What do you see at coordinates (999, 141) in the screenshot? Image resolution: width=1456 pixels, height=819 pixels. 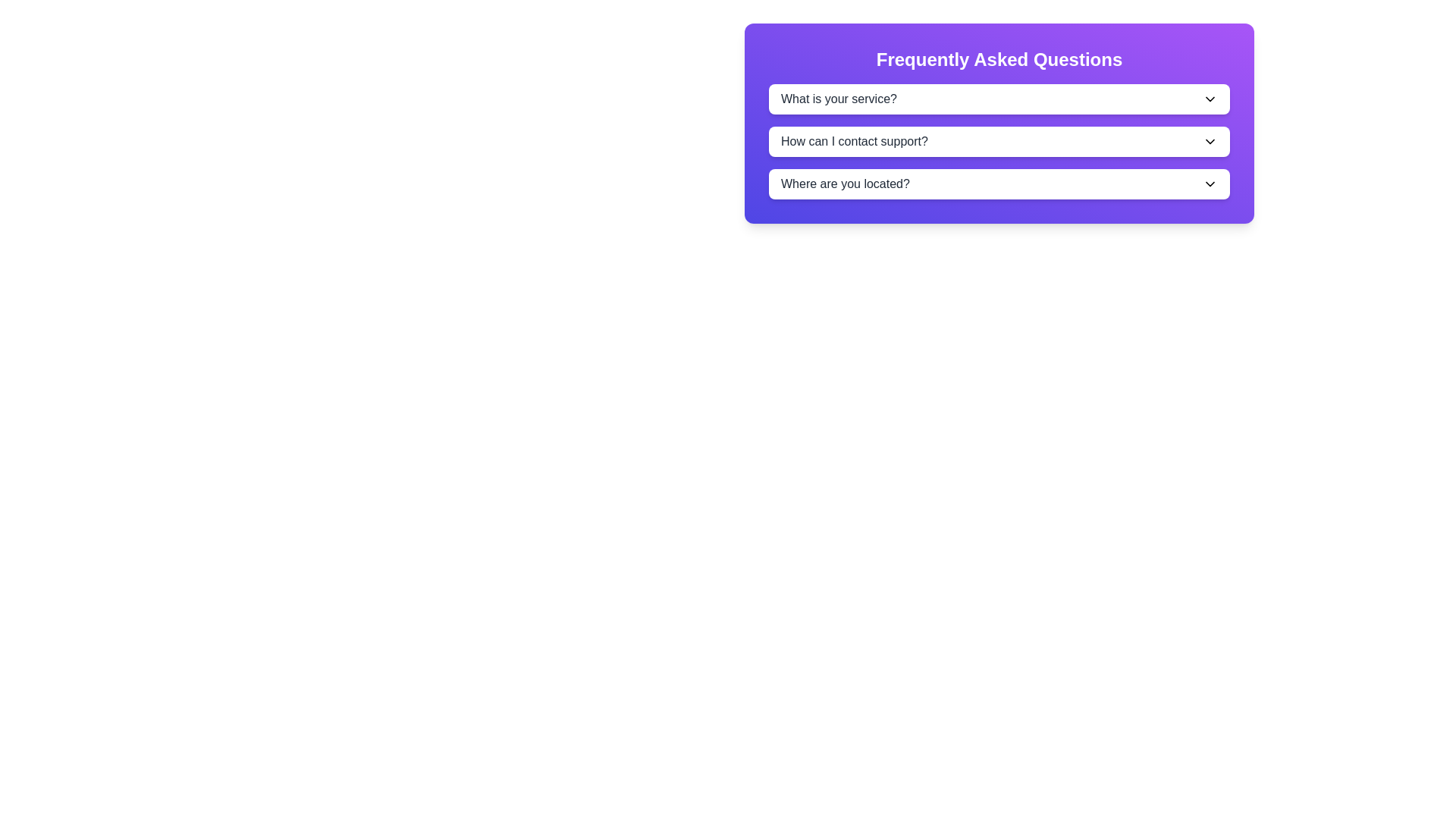 I see `the expandable list item labeled 'How can I contact support?' to activate it` at bounding box center [999, 141].